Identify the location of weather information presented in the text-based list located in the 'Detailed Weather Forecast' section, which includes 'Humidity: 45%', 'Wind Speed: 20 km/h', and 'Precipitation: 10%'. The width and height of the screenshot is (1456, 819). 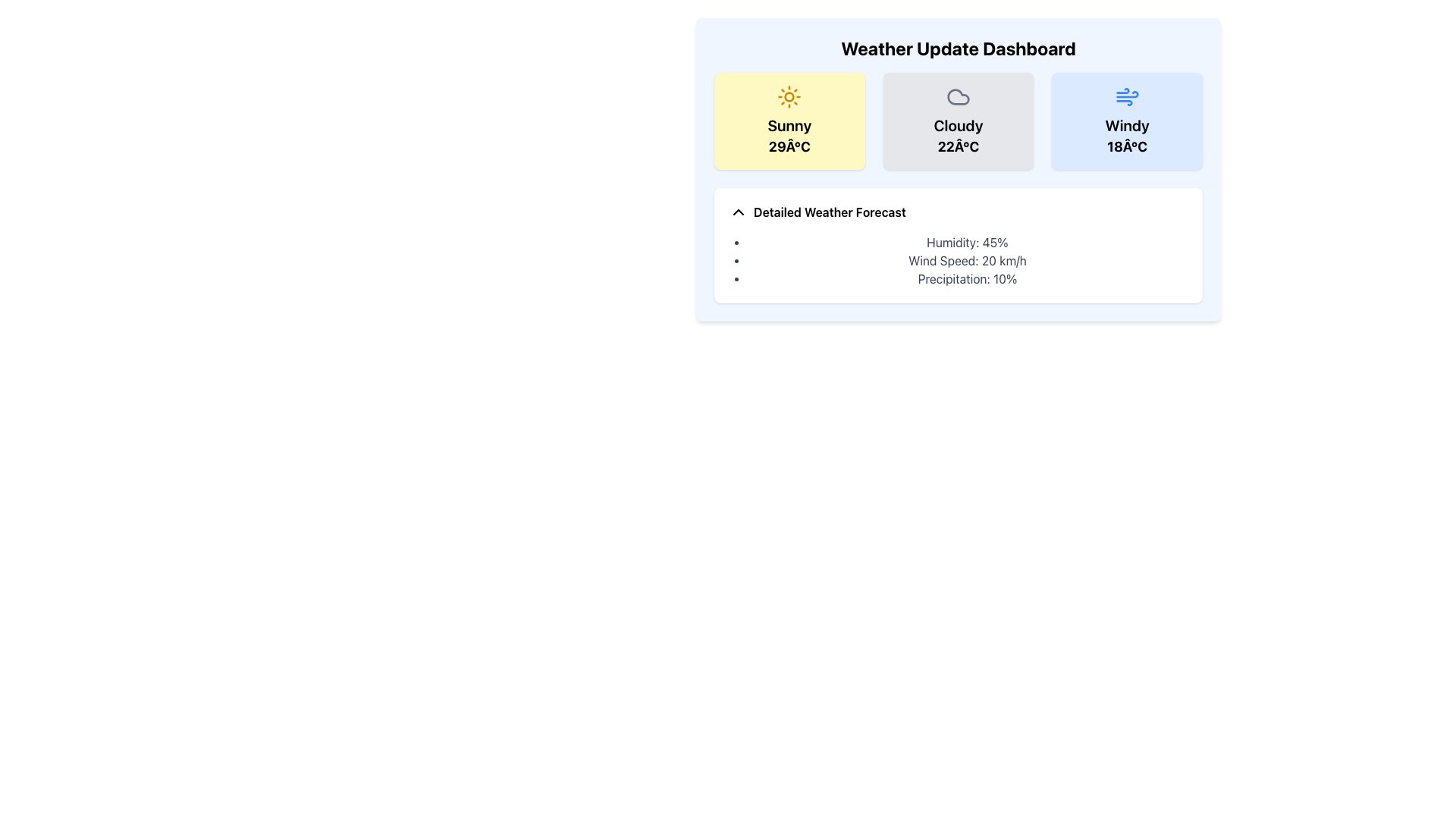
(957, 259).